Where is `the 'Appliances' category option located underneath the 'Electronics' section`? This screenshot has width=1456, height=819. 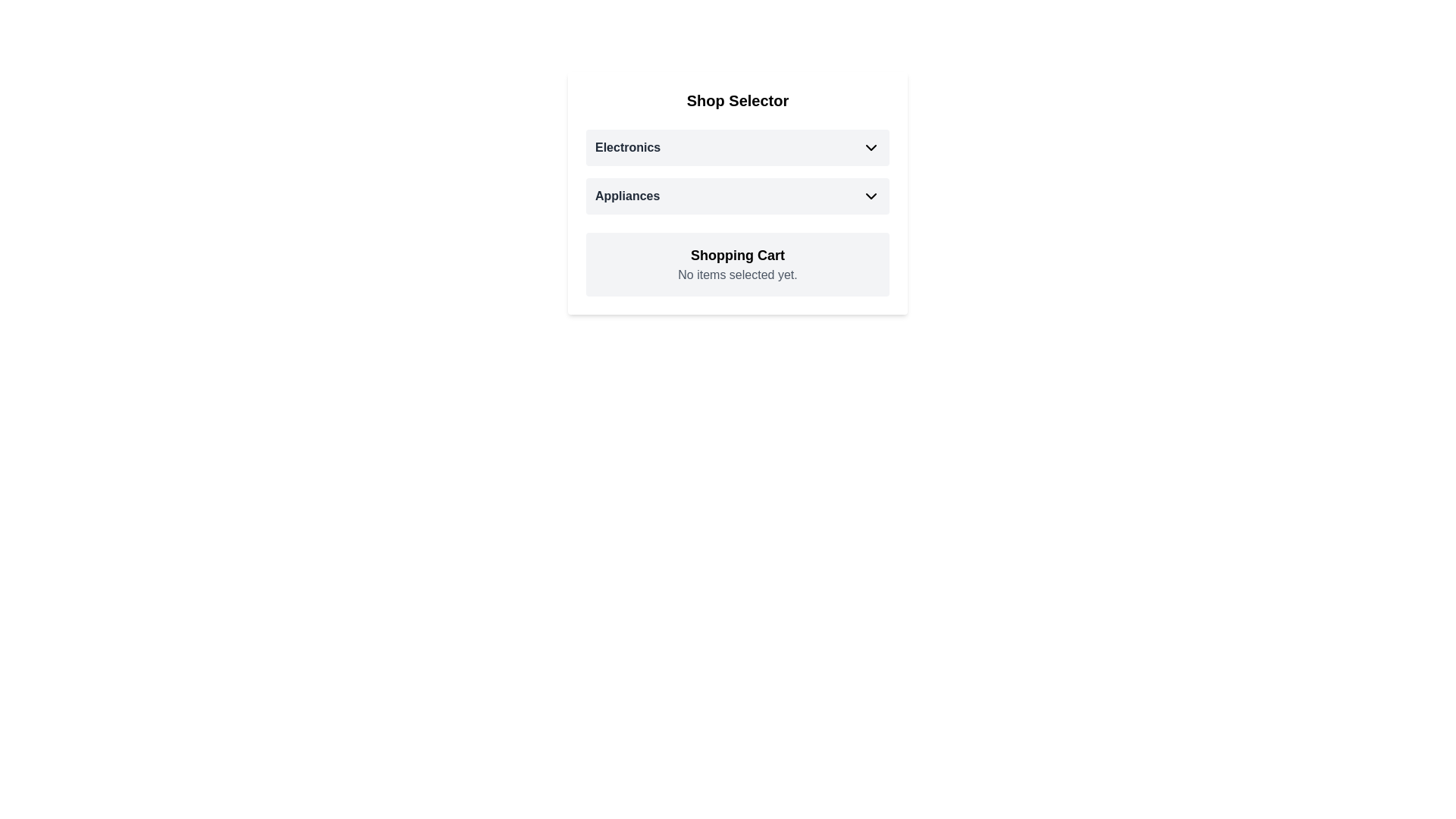 the 'Appliances' category option located underneath the 'Electronics' section is located at coordinates (738, 195).